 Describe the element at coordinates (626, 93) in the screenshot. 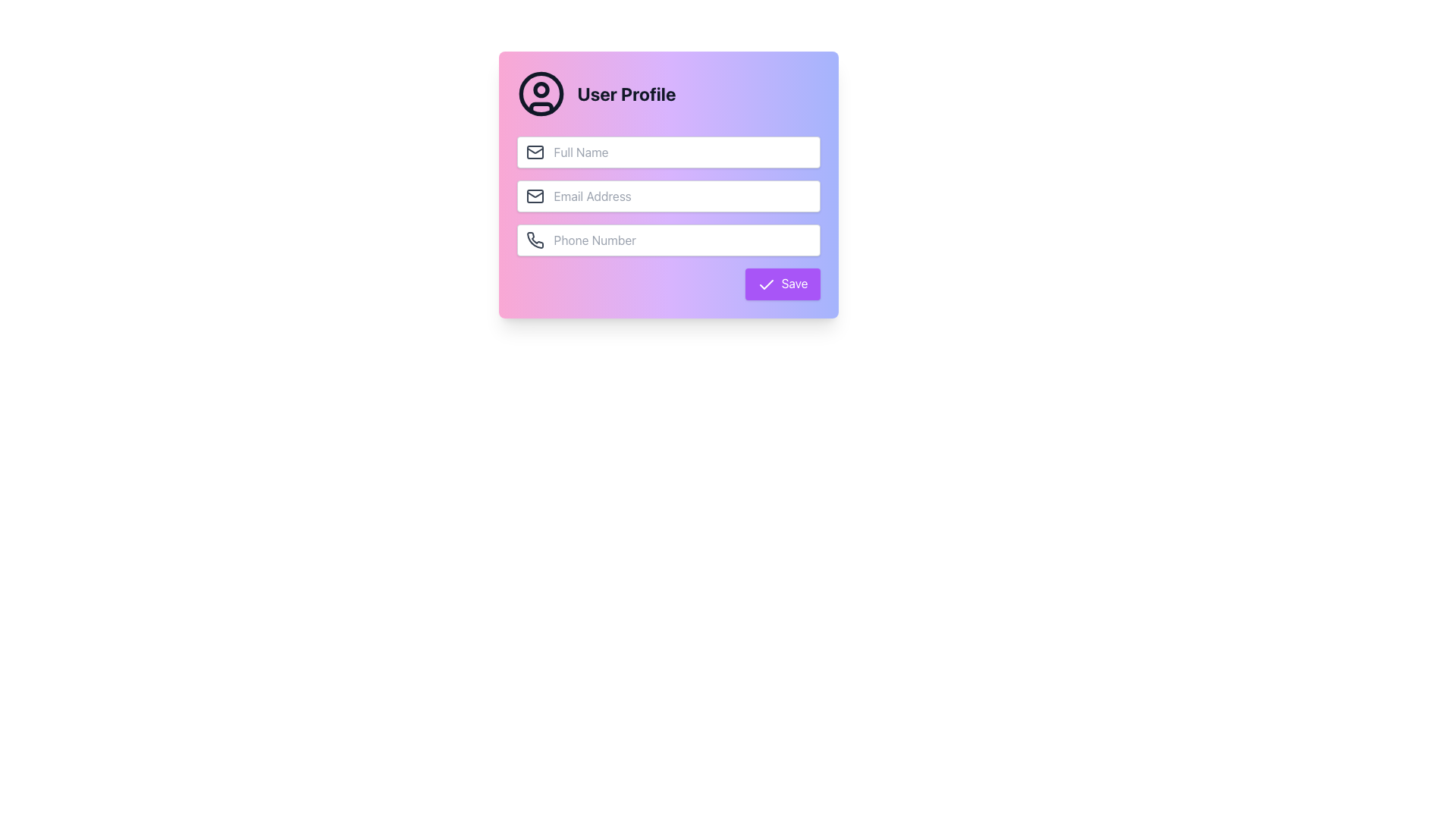

I see `the text label indicating the purpose of the user profile management section, which is located to the right of the circular user profile icon` at that location.